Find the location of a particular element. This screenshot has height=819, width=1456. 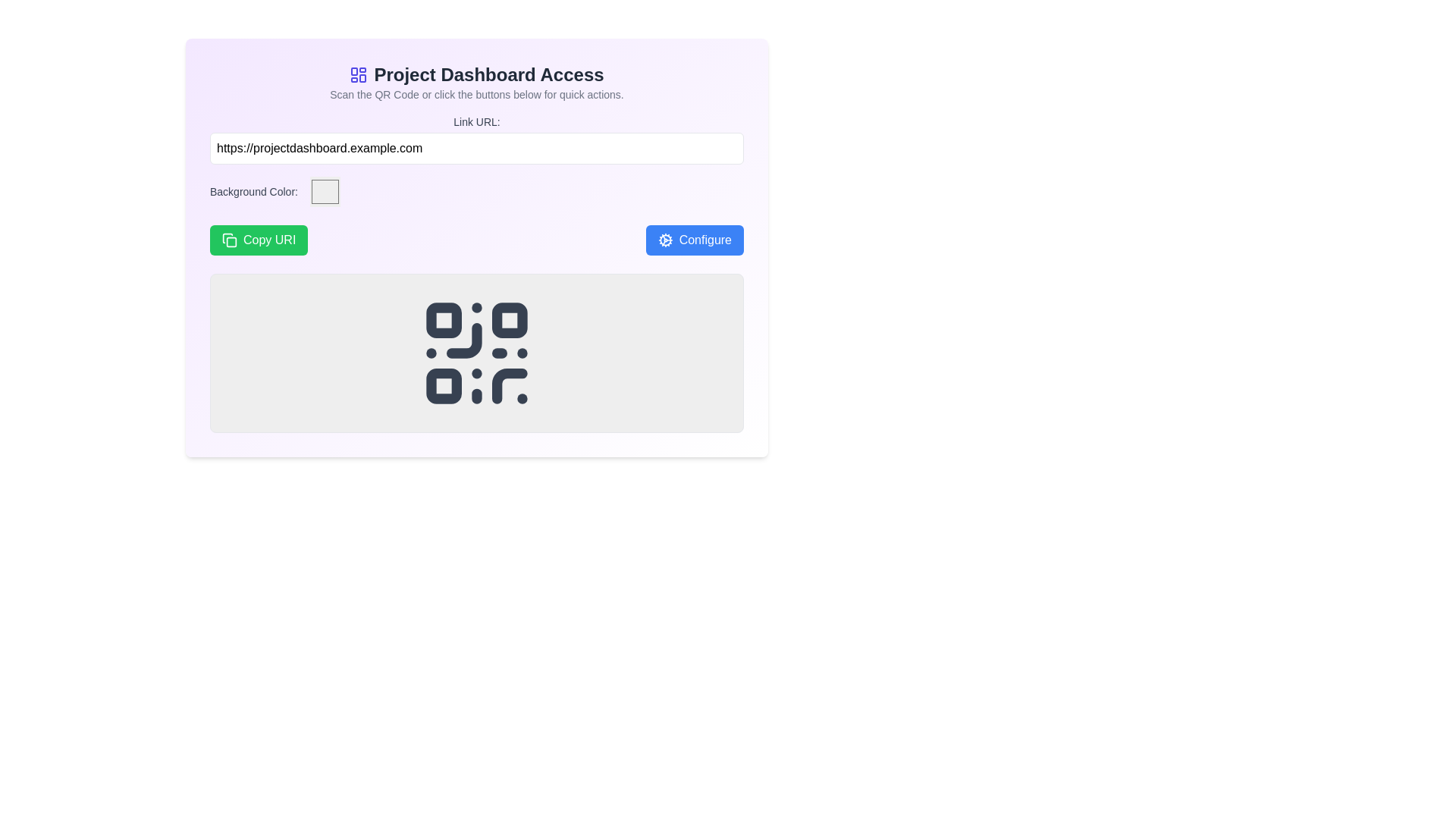

the QR code module, which is the second square from the left in the top row of the QR code structure is located at coordinates (510, 319).